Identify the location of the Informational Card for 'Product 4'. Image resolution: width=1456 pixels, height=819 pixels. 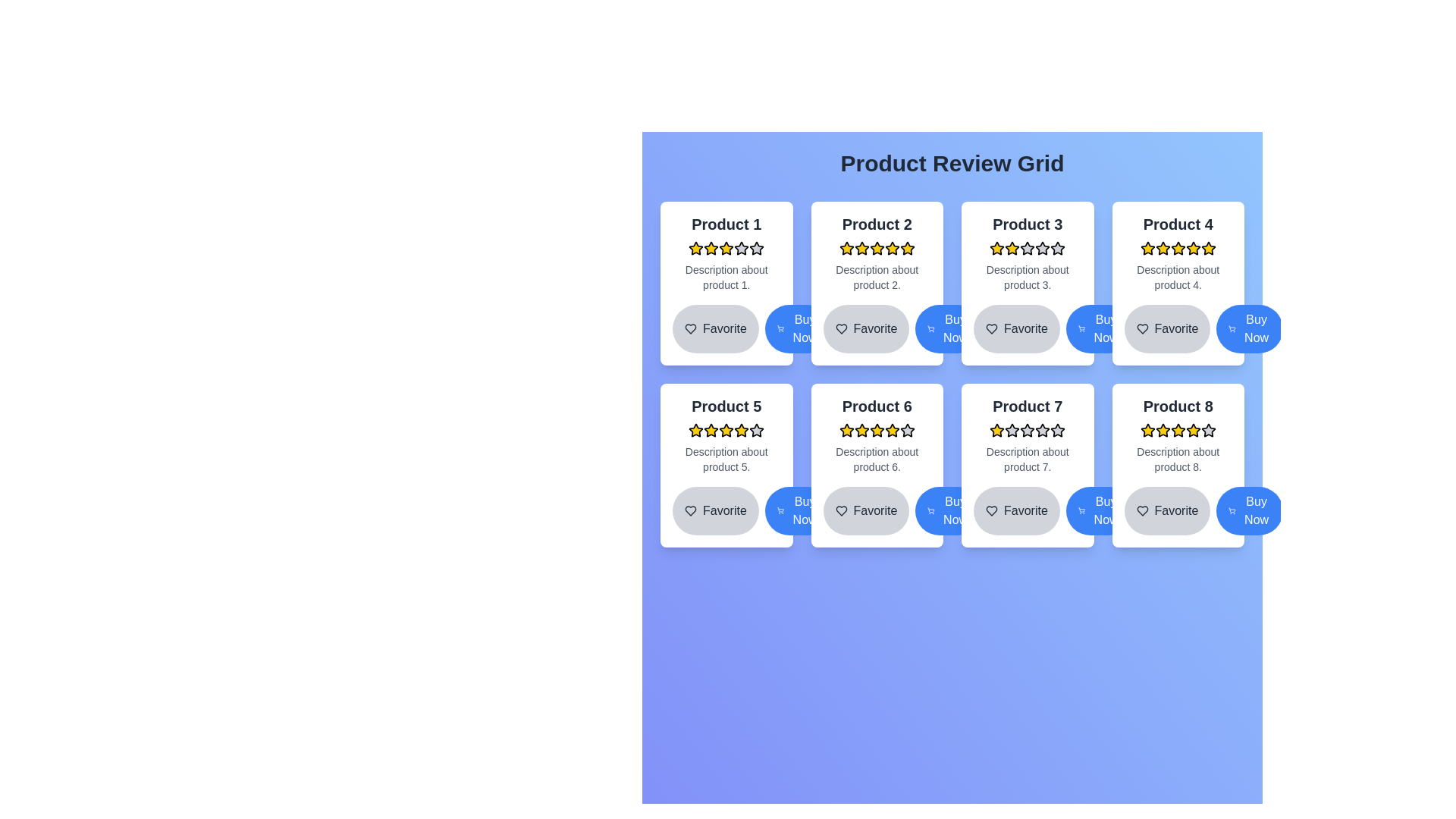
(1177, 253).